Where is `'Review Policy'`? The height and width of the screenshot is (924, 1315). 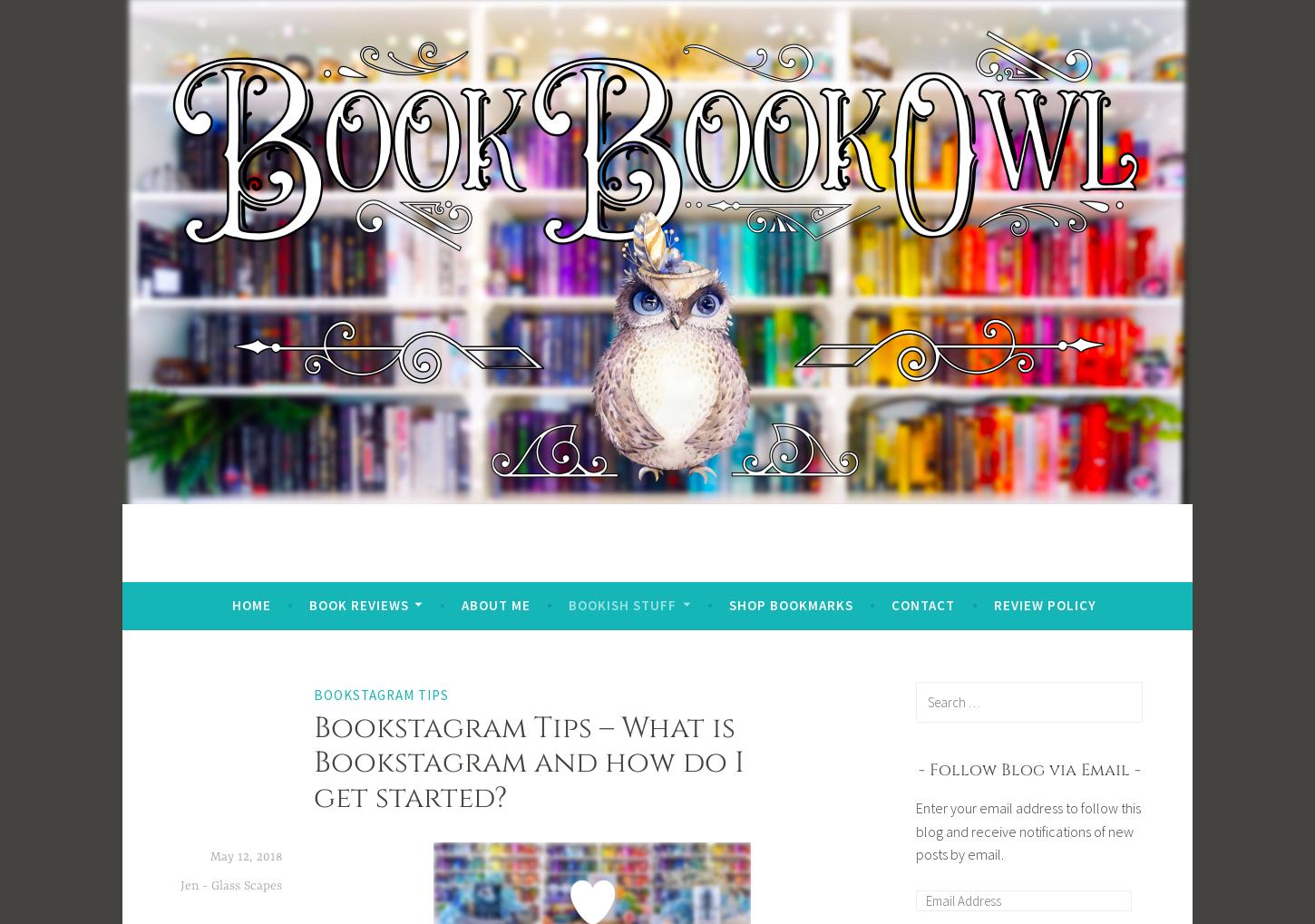
'Review Policy' is located at coordinates (1043, 603).